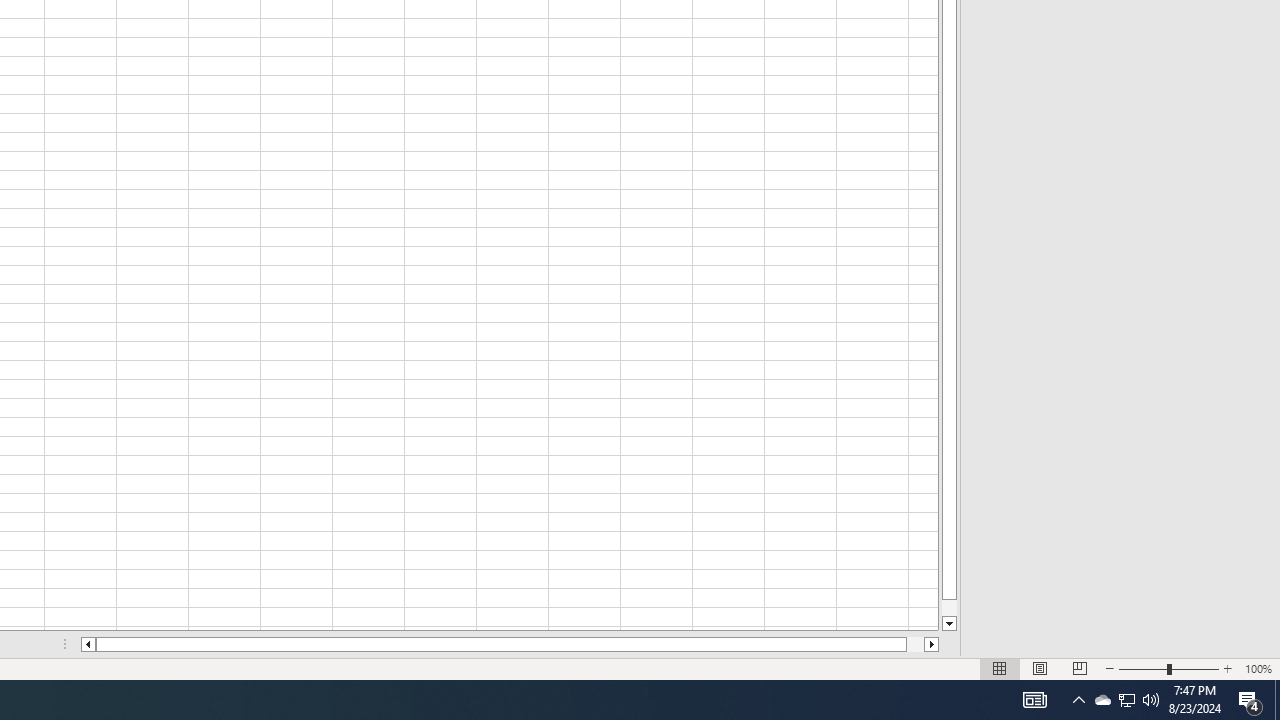 This screenshot has height=720, width=1280. I want to click on 'Normal', so click(1000, 669).